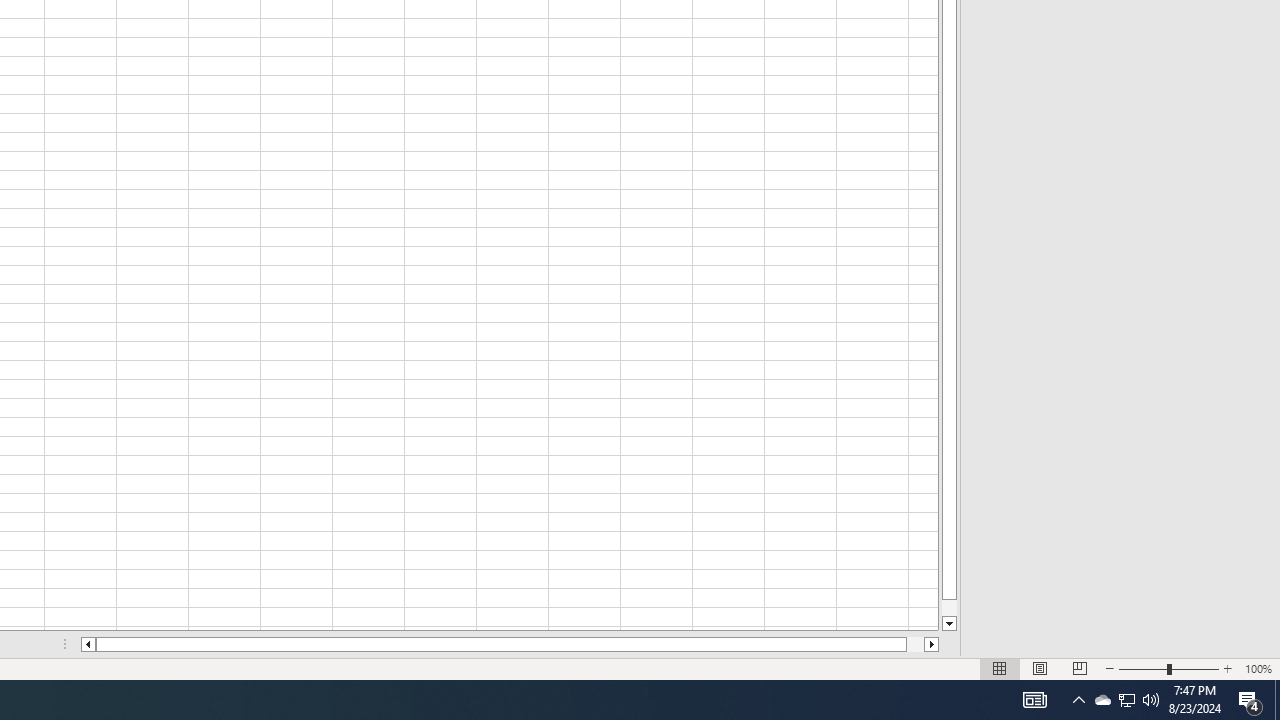 This screenshot has height=720, width=1280. I want to click on 'Normal', so click(1000, 669).